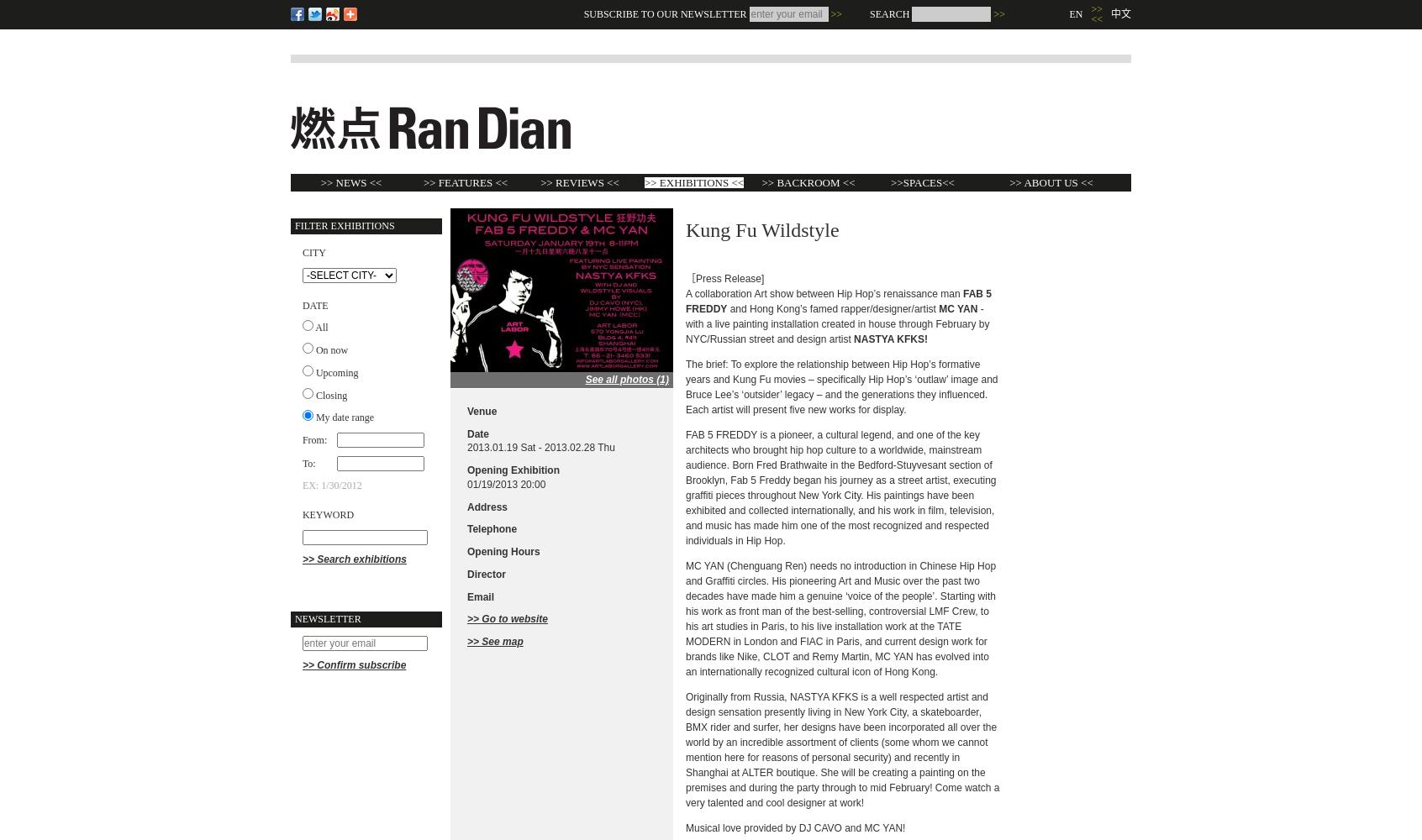 This screenshot has height=840, width=1422. I want to click on '>> Confirm subscribe', so click(354, 665).